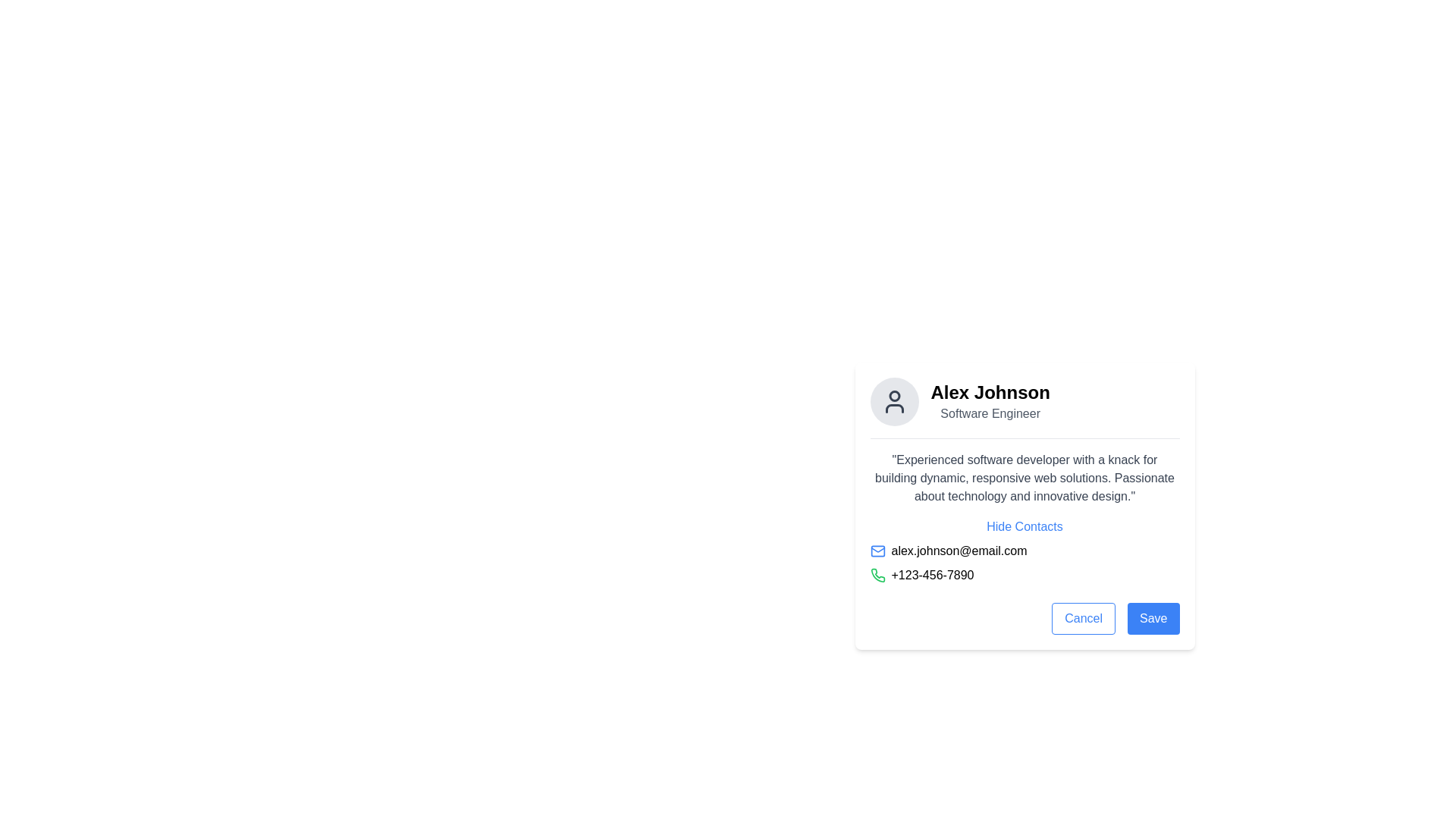  I want to click on text displayed in the profile card's name and designation area, which is visually represented in bold large text followed by smaller gray text, so click(990, 400).